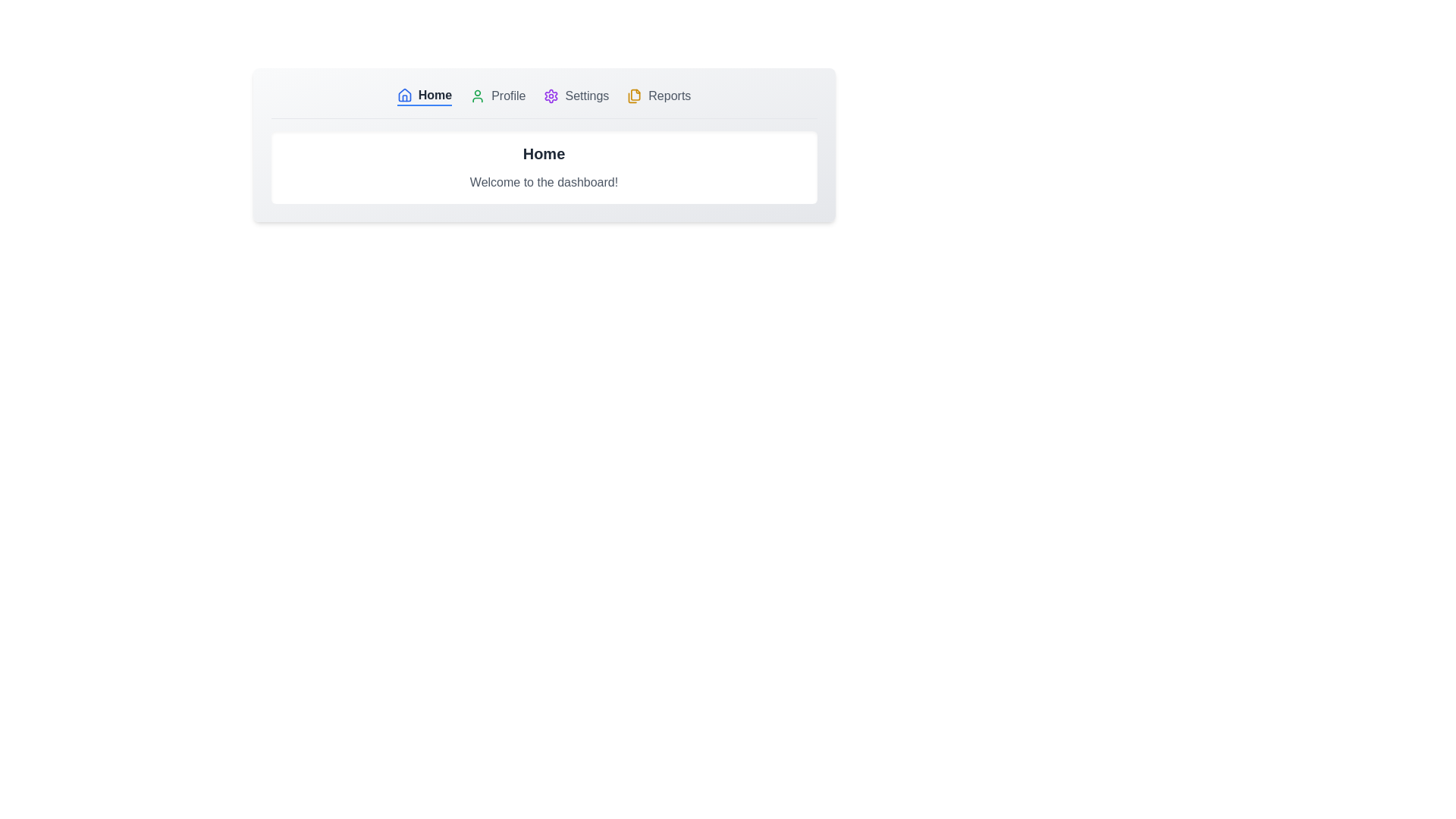 Image resolution: width=1456 pixels, height=819 pixels. I want to click on the tab labeled Profile by clicking on its button, so click(497, 96).